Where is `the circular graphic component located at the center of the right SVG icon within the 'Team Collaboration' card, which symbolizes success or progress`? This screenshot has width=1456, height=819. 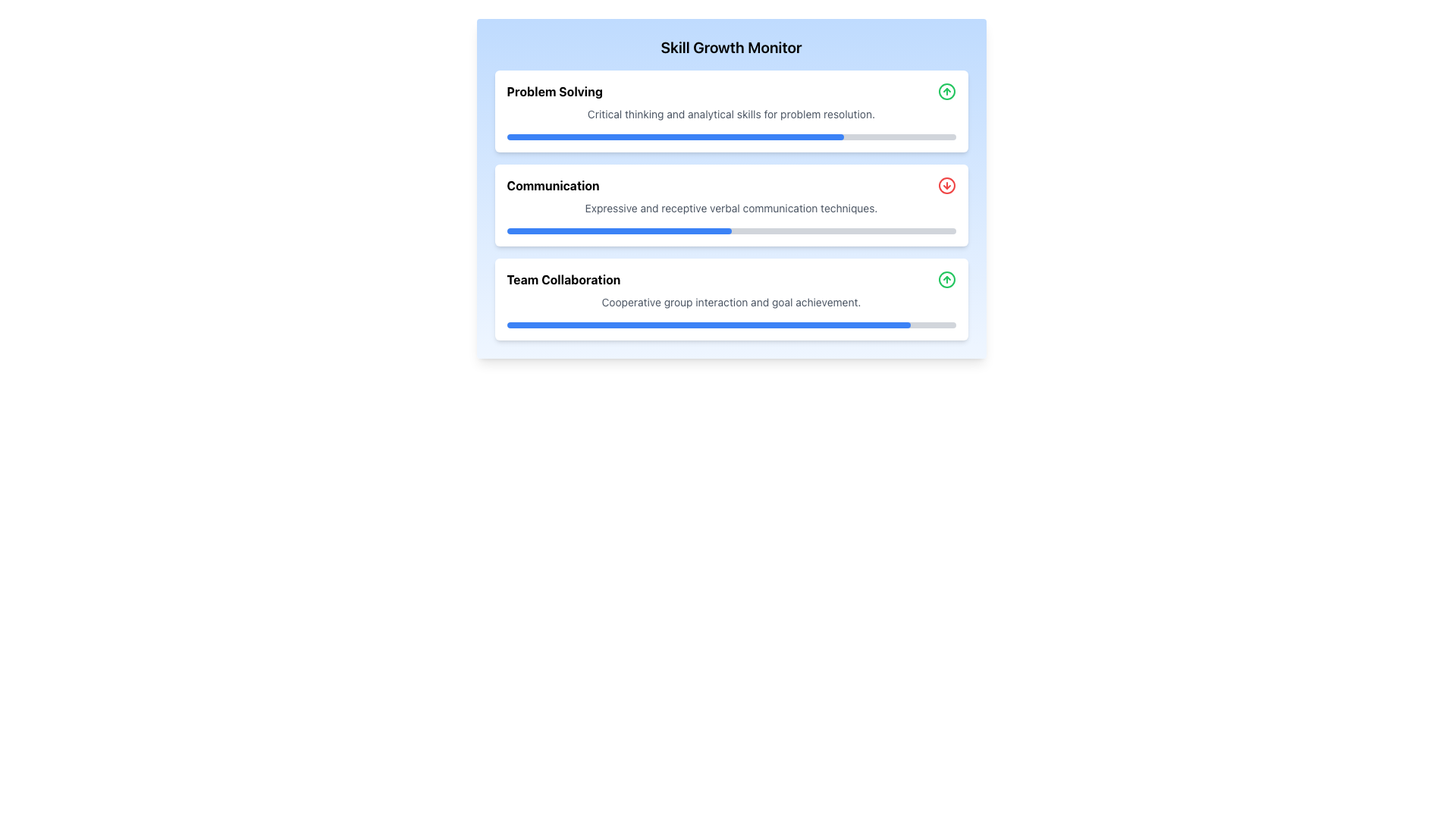
the circular graphic component located at the center of the right SVG icon within the 'Team Collaboration' card, which symbolizes success or progress is located at coordinates (946, 280).